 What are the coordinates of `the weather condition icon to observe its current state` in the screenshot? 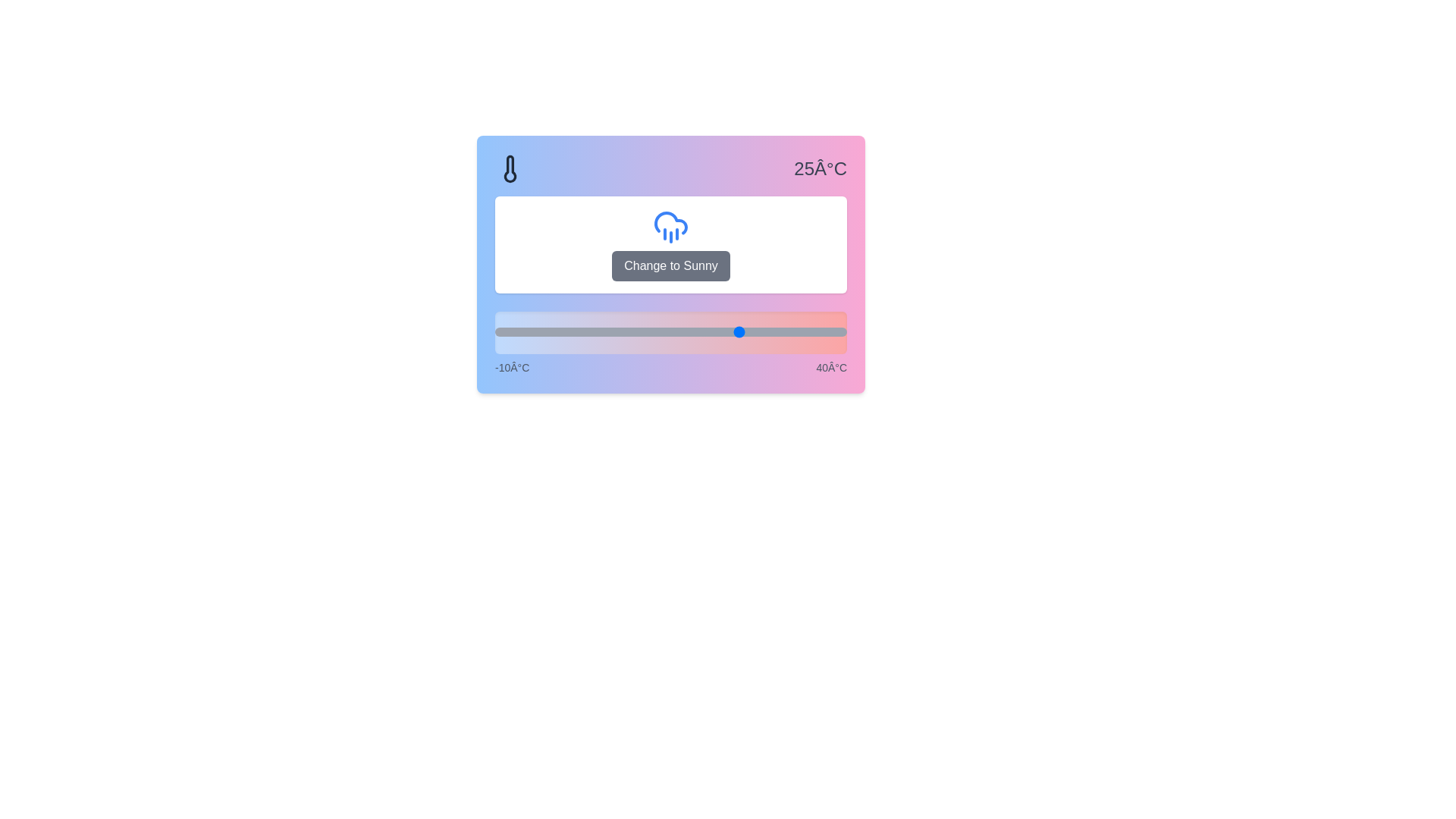 It's located at (670, 227).